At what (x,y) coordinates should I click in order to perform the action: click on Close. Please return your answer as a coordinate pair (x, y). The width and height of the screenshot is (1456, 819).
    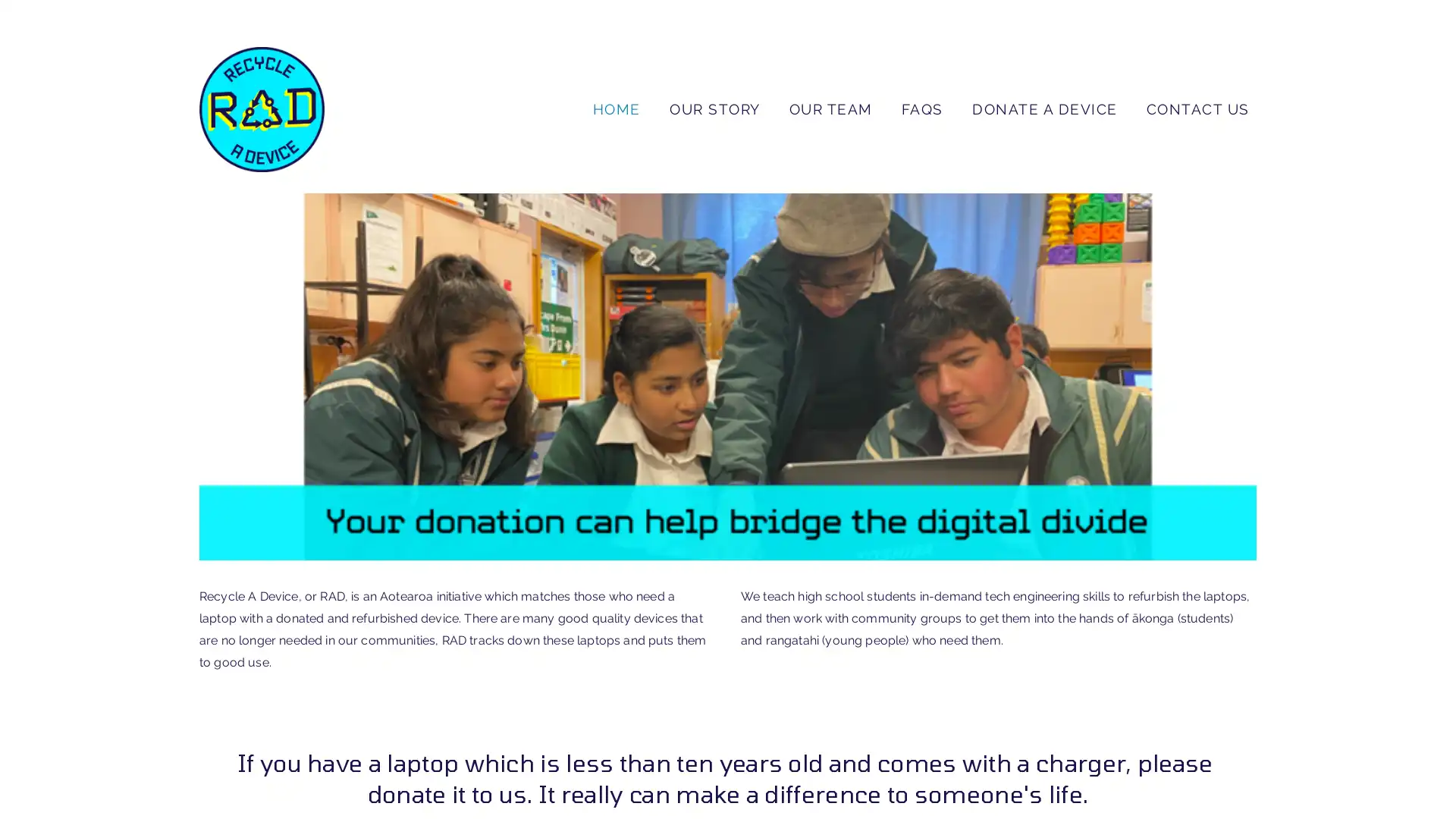
    Looking at the image, I should click on (944, 263).